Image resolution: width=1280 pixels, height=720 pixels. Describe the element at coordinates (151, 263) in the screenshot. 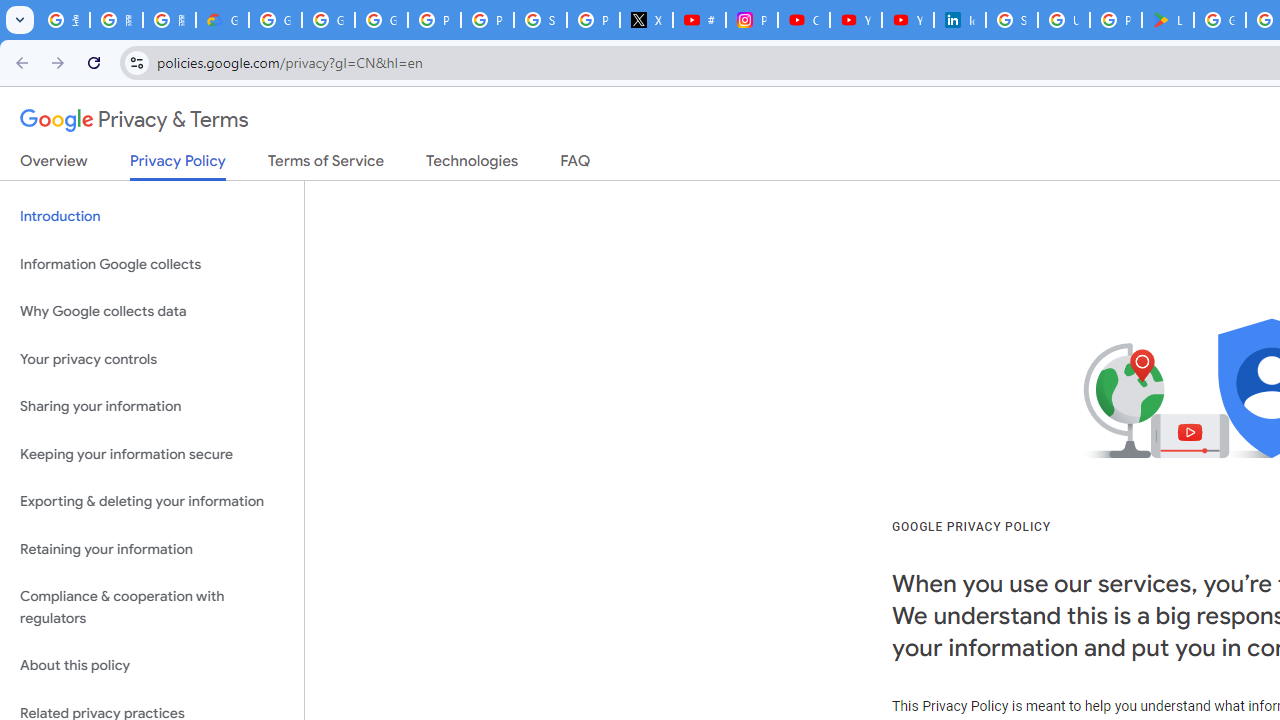

I see `'Information Google collects'` at that location.